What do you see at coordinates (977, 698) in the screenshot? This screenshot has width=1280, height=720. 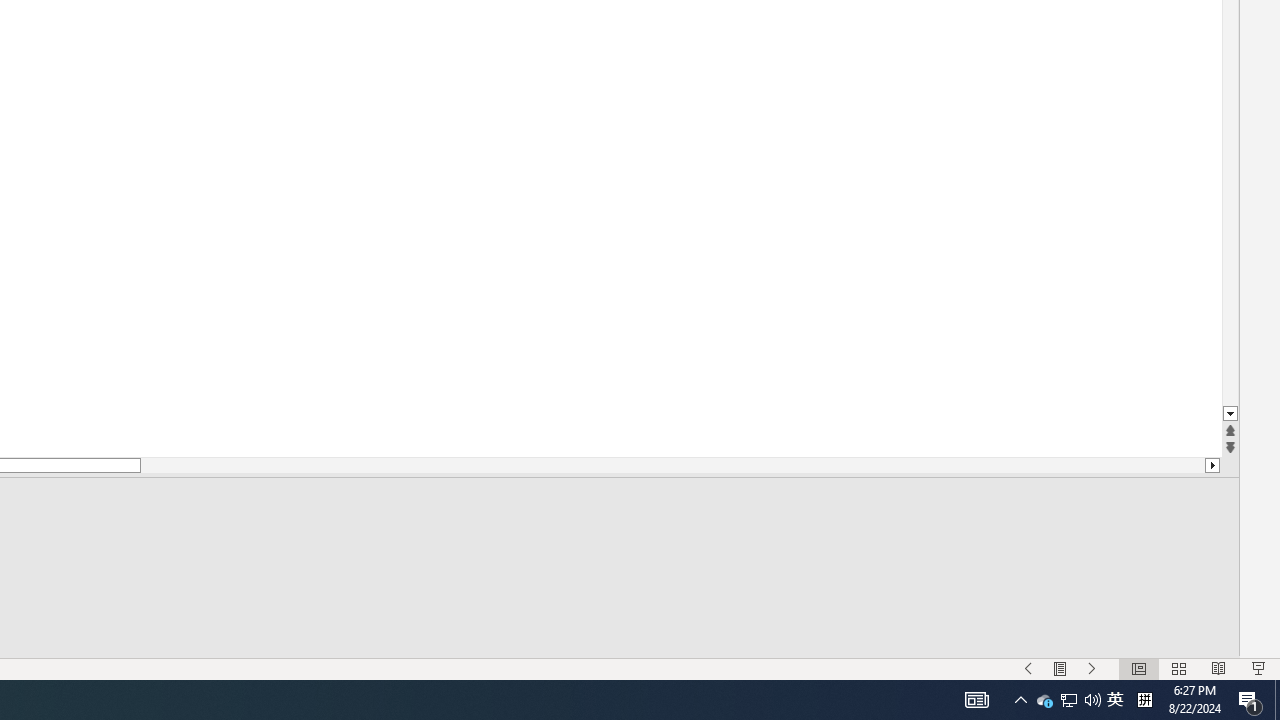 I see `'AutomationID: 4105'` at bounding box center [977, 698].